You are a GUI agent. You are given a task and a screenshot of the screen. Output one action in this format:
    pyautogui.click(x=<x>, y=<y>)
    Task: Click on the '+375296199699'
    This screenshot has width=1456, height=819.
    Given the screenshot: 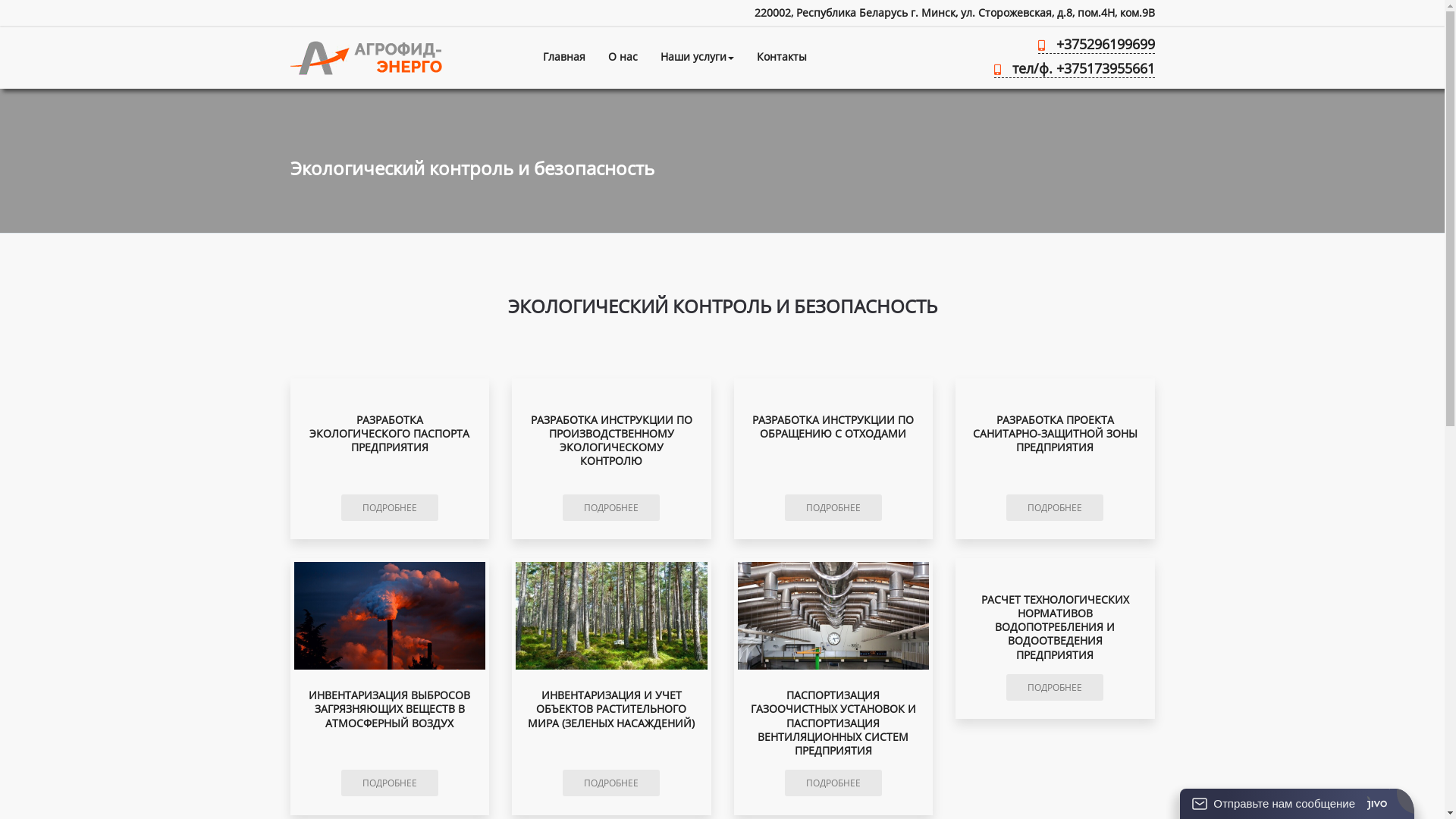 What is the action you would take?
    pyautogui.click(x=1095, y=45)
    